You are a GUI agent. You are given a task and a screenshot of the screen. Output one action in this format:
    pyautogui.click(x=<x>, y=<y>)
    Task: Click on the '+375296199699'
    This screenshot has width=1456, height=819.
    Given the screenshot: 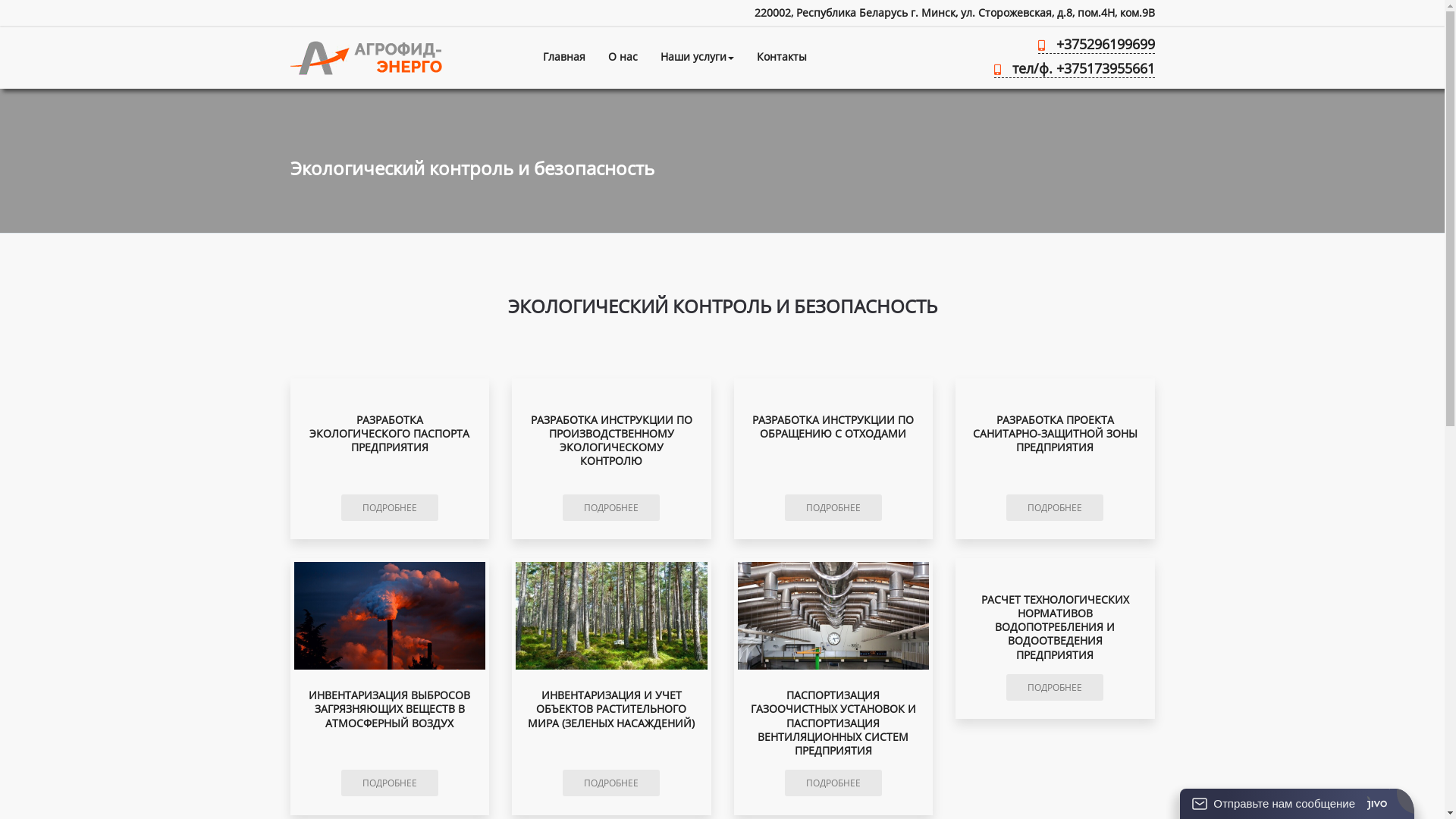 What is the action you would take?
    pyautogui.click(x=1095, y=45)
    